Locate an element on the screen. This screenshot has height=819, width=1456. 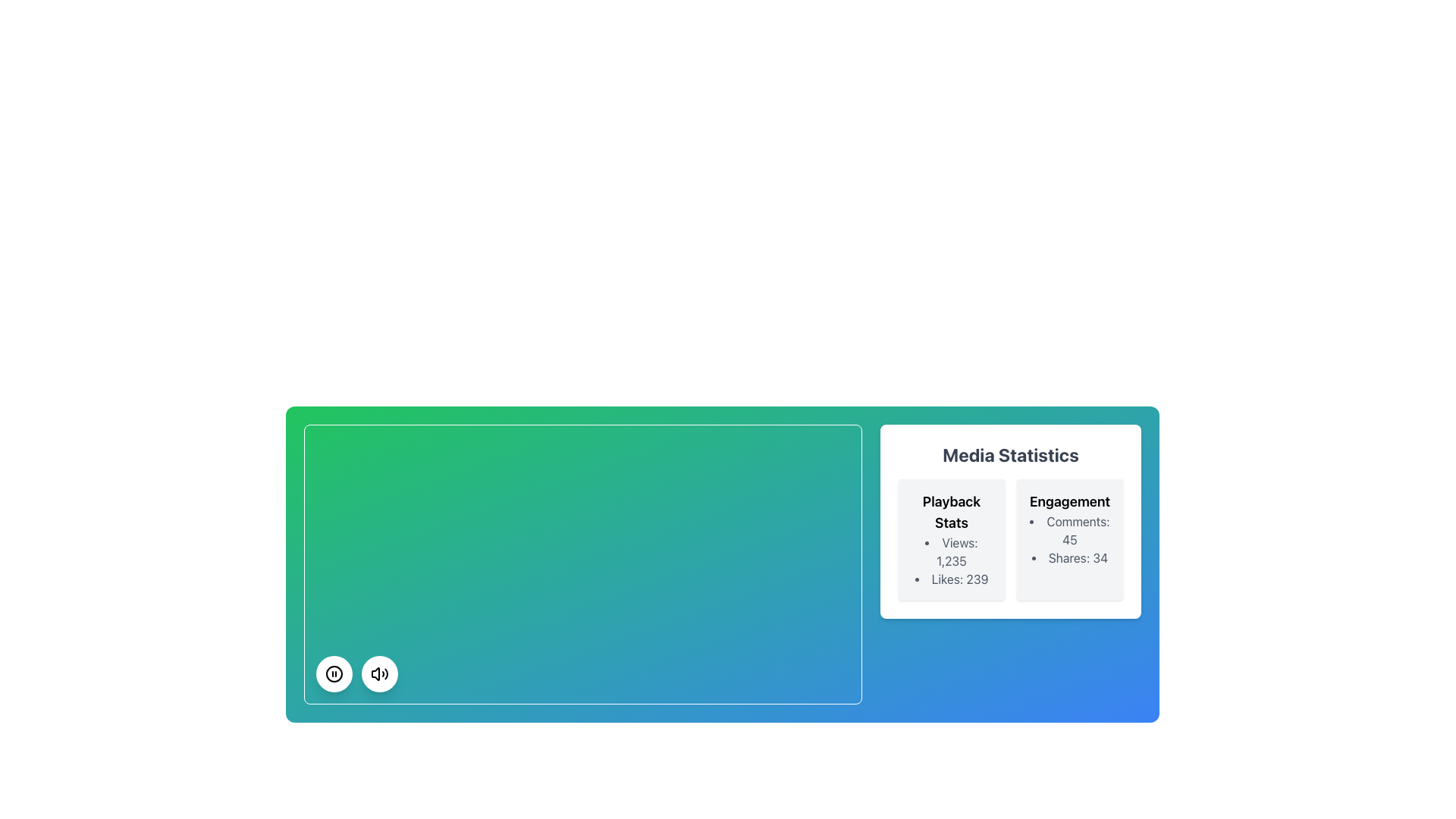
the second text label in the 'Engagement' section of the 'Media Statistics' panel, which displays the share count, located below the 'Comments: 45' entry is located at coordinates (1069, 558).